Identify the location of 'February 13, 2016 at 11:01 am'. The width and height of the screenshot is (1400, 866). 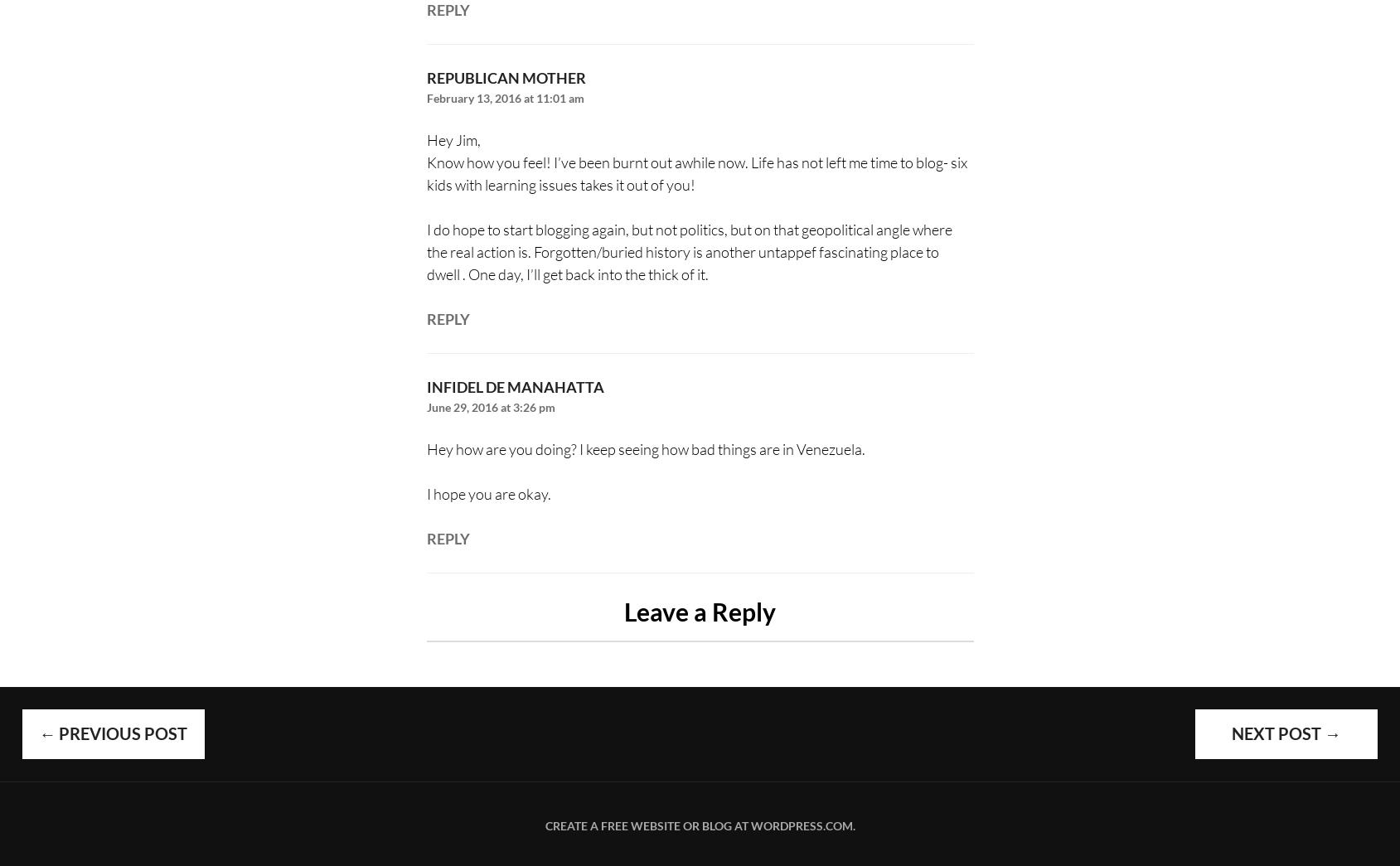
(504, 97).